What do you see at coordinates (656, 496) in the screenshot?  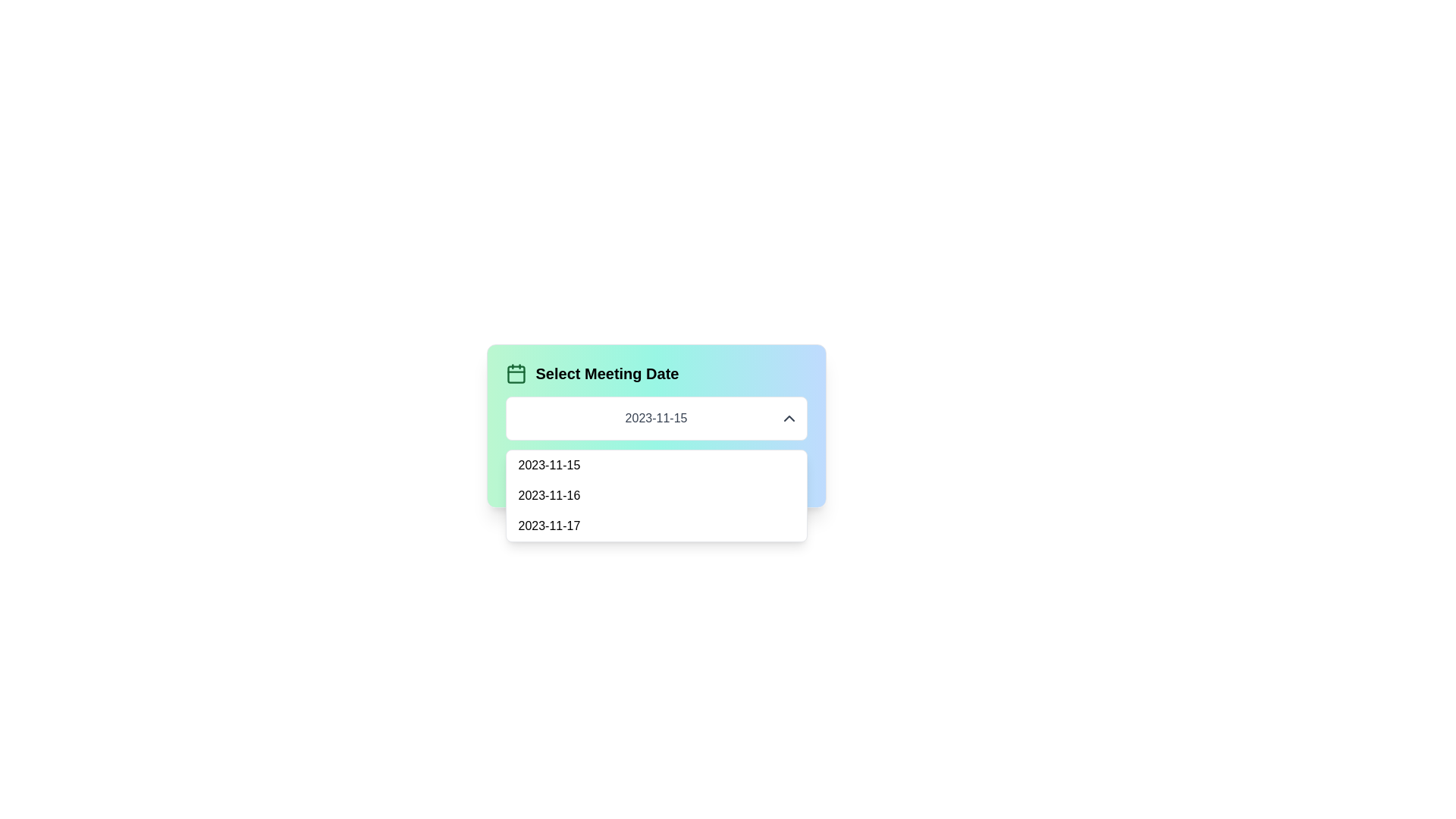 I see `the dropdown menu option that appears below the input box with the placeholder 'Choose a date', which is styled with a white background and rounded corners` at bounding box center [656, 496].